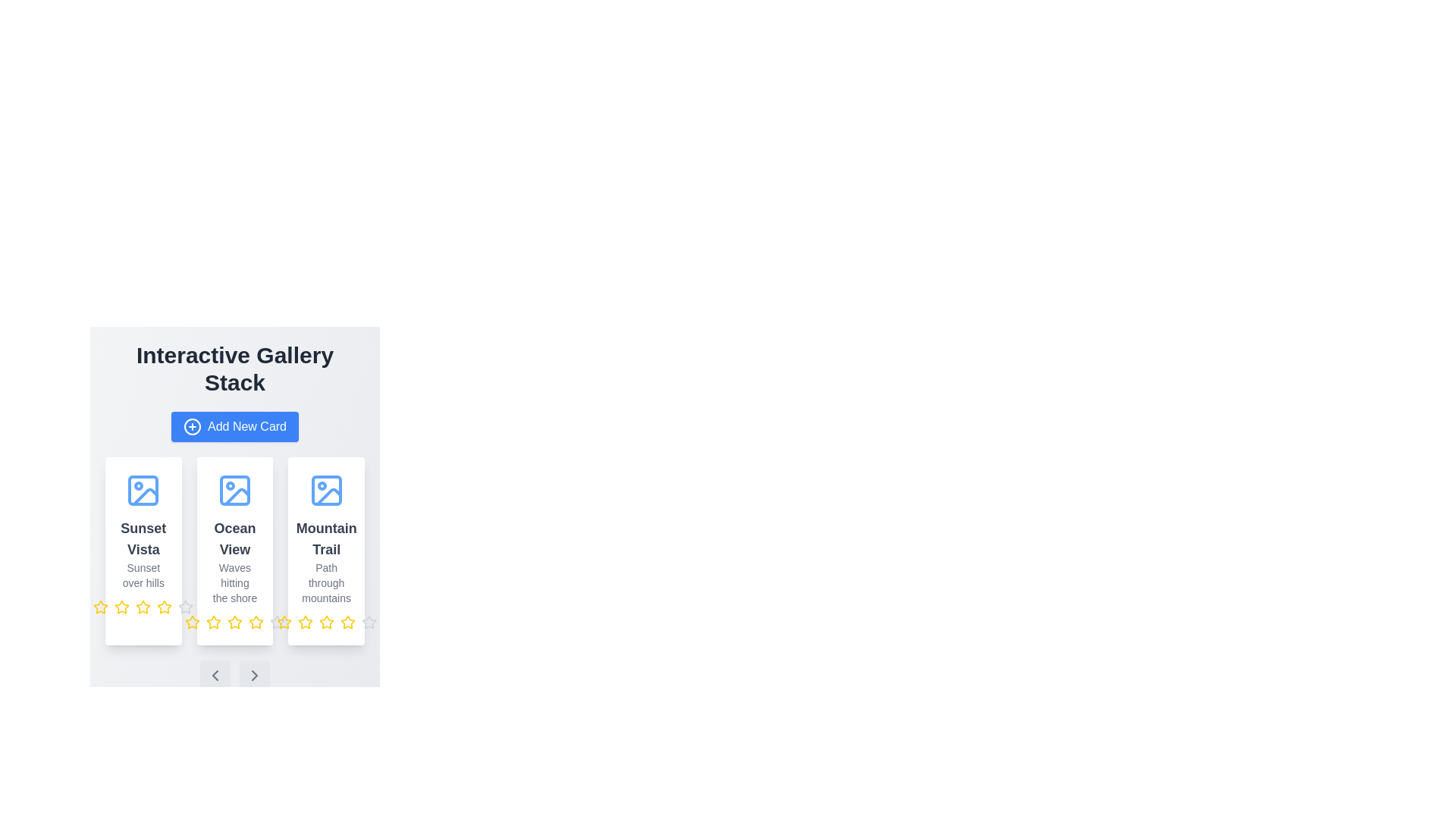 This screenshot has height=819, width=1456. Describe the element at coordinates (143, 551) in the screenshot. I see `the card element displaying information about 'Sunset Vista', which is the first card in a grid of cards` at that location.